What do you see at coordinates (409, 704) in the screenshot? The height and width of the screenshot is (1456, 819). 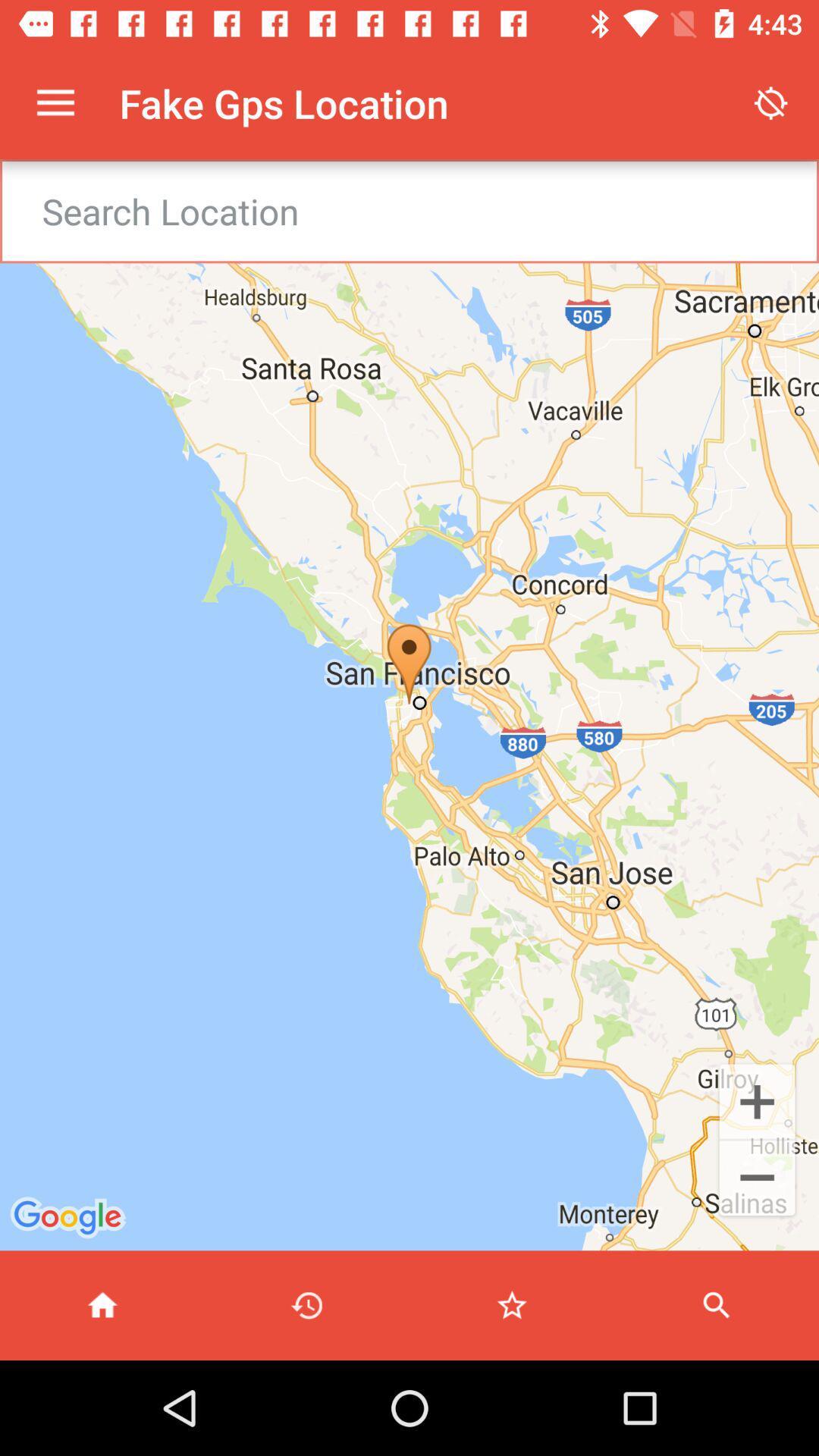 I see `item at the center` at bounding box center [409, 704].